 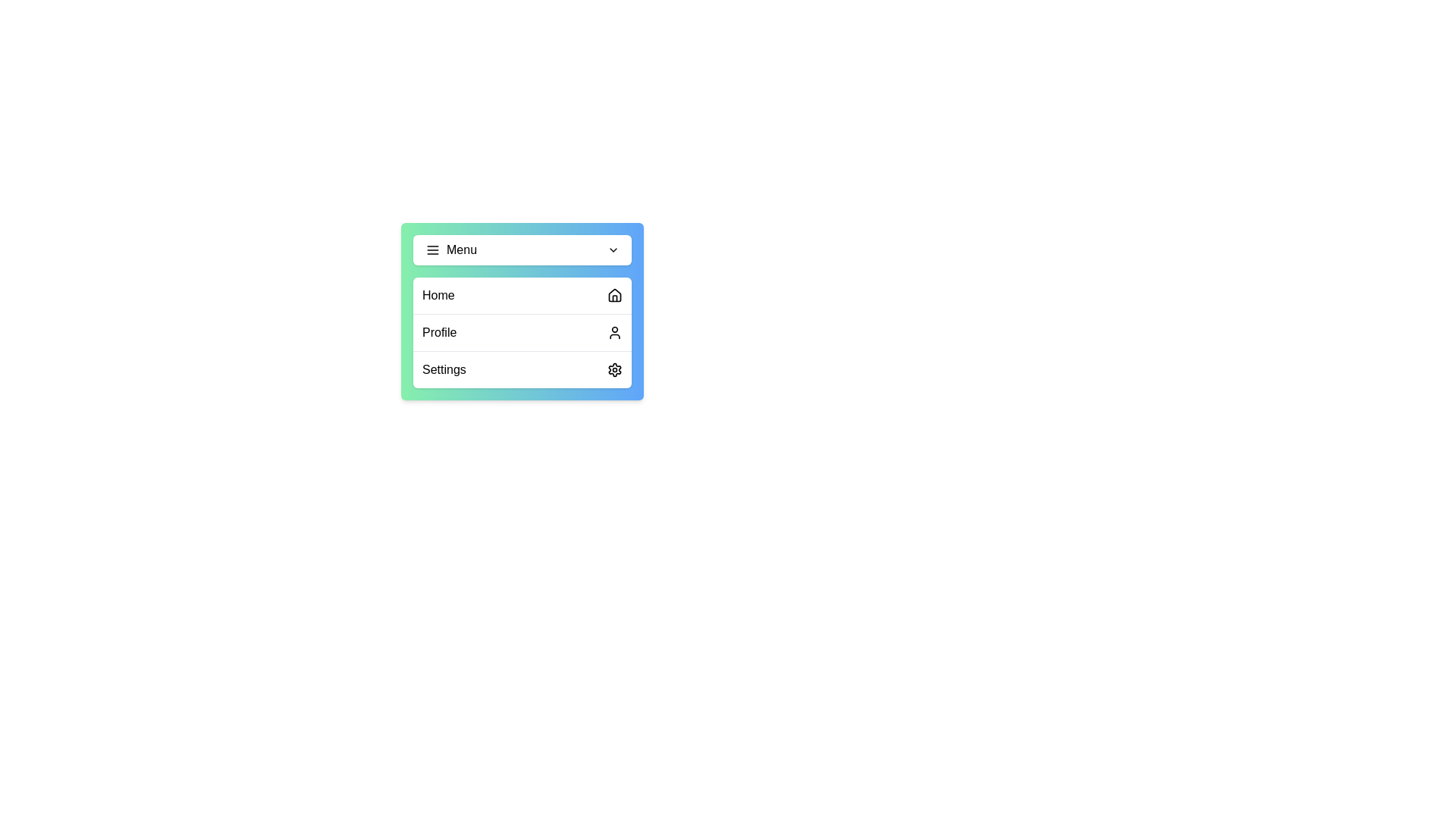 I want to click on the menu item Settings to observe its hover effect, so click(x=522, y=369).